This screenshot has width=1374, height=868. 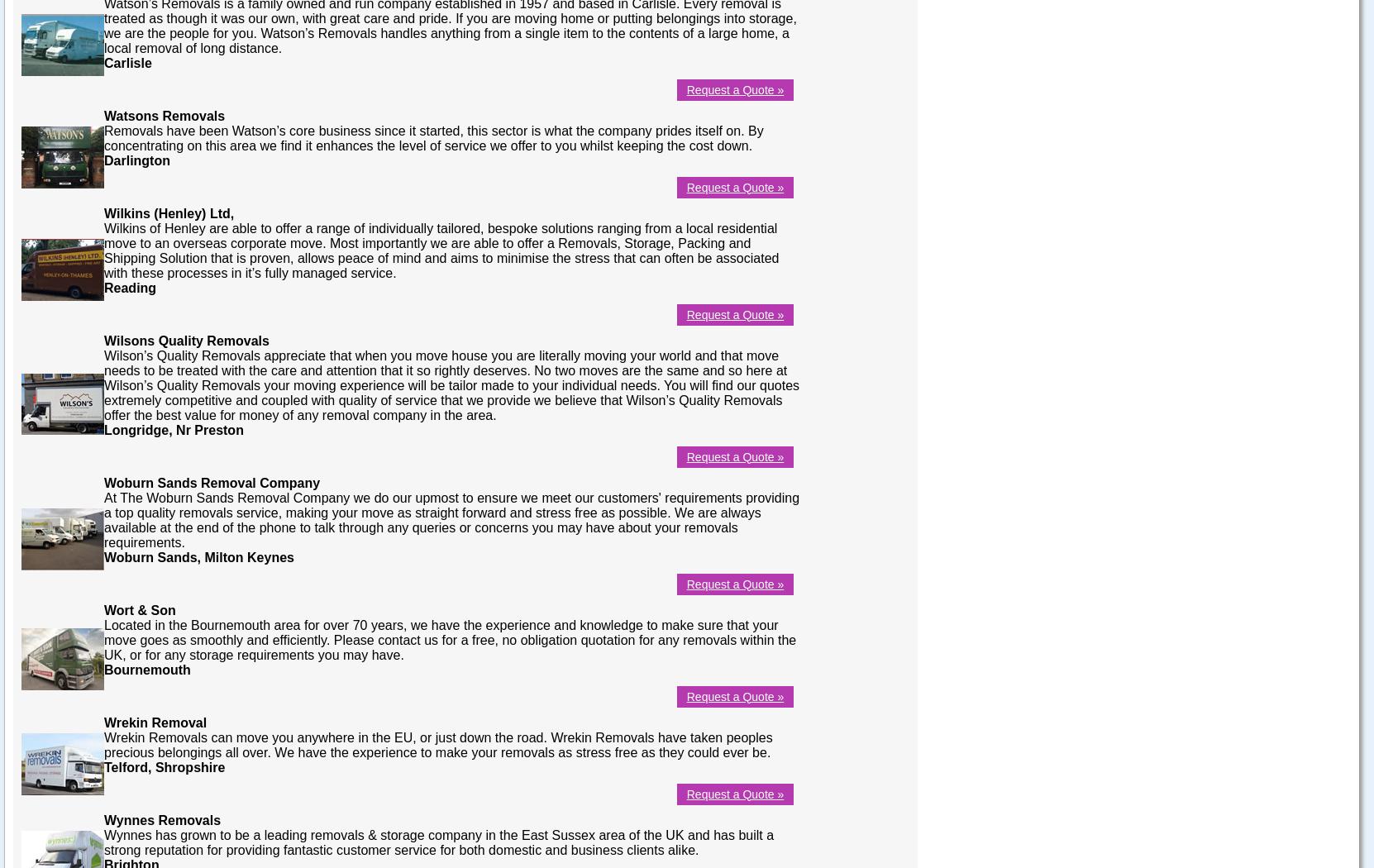 What do you see at coordinates (103, 608) in the screenshot?
I see `'Wort & Son'` at bounding box center [103, 608].